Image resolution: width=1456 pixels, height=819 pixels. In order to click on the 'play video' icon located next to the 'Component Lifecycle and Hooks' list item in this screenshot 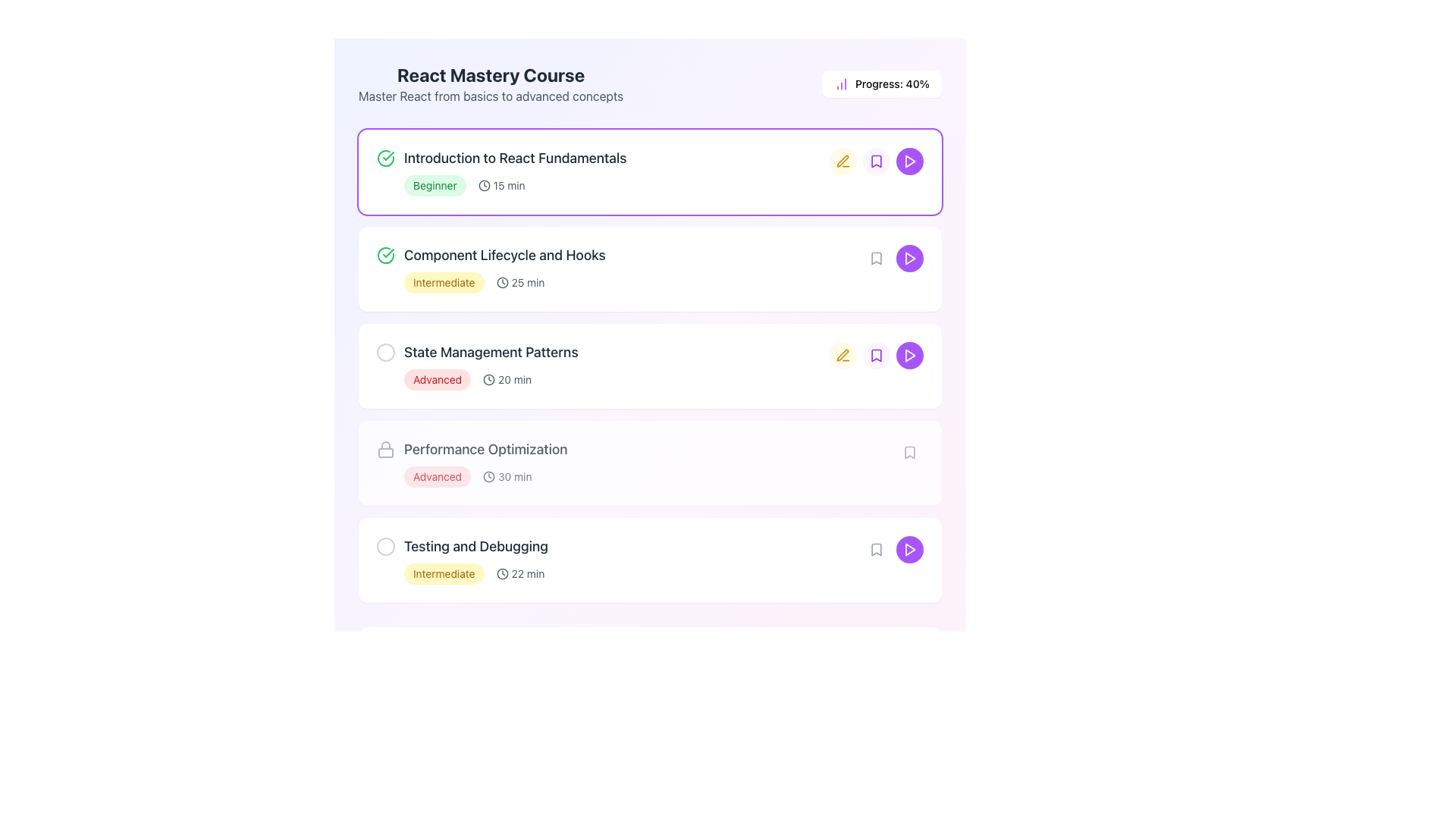, I will do `click(910, 356)`.